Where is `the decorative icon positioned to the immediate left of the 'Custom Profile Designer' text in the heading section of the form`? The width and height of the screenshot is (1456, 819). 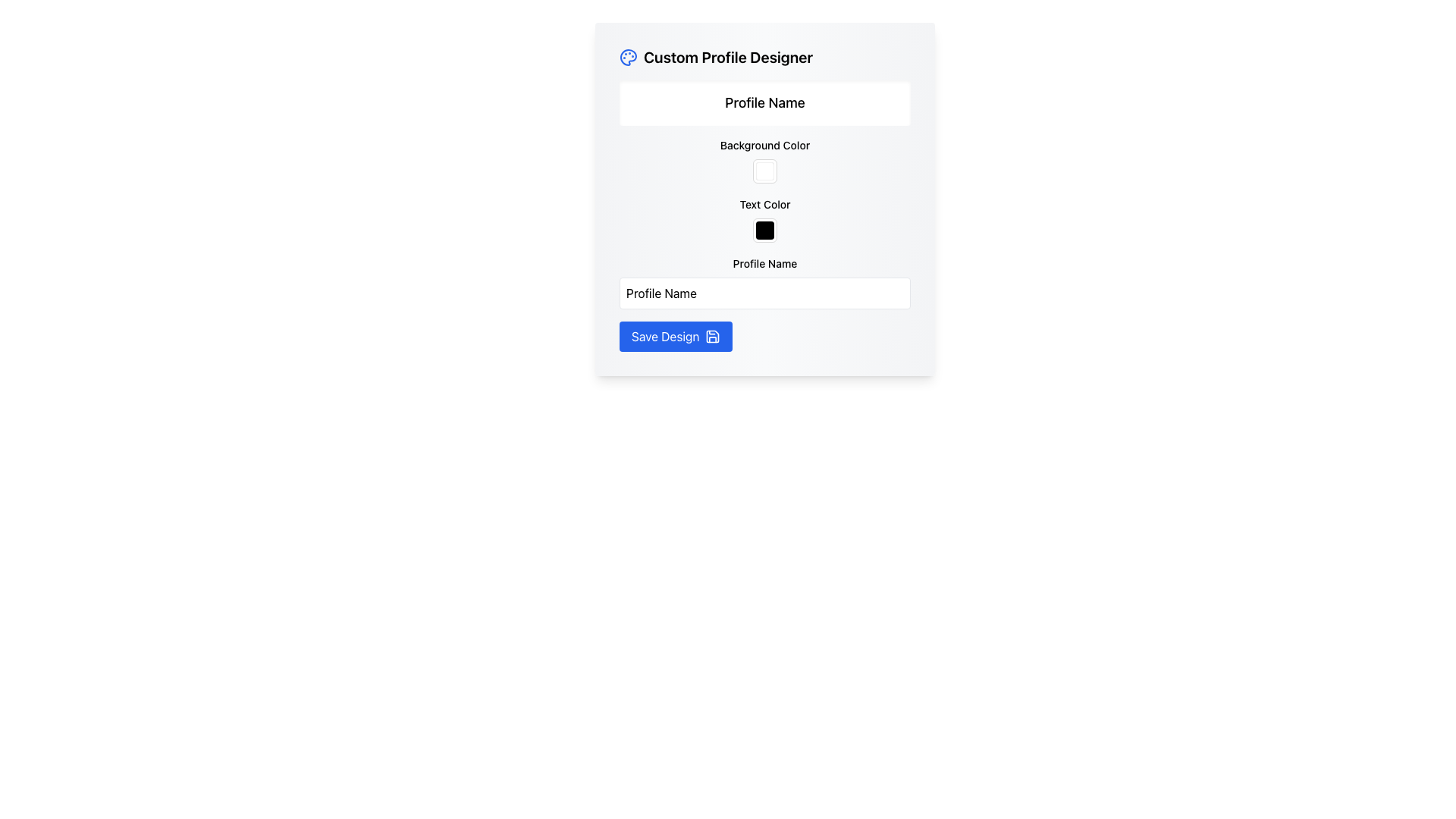
the decorative icon positioned to the immediate left of the 'Custom Profile Designer' text in the heading section of the form is located at coordinates (629, 57).